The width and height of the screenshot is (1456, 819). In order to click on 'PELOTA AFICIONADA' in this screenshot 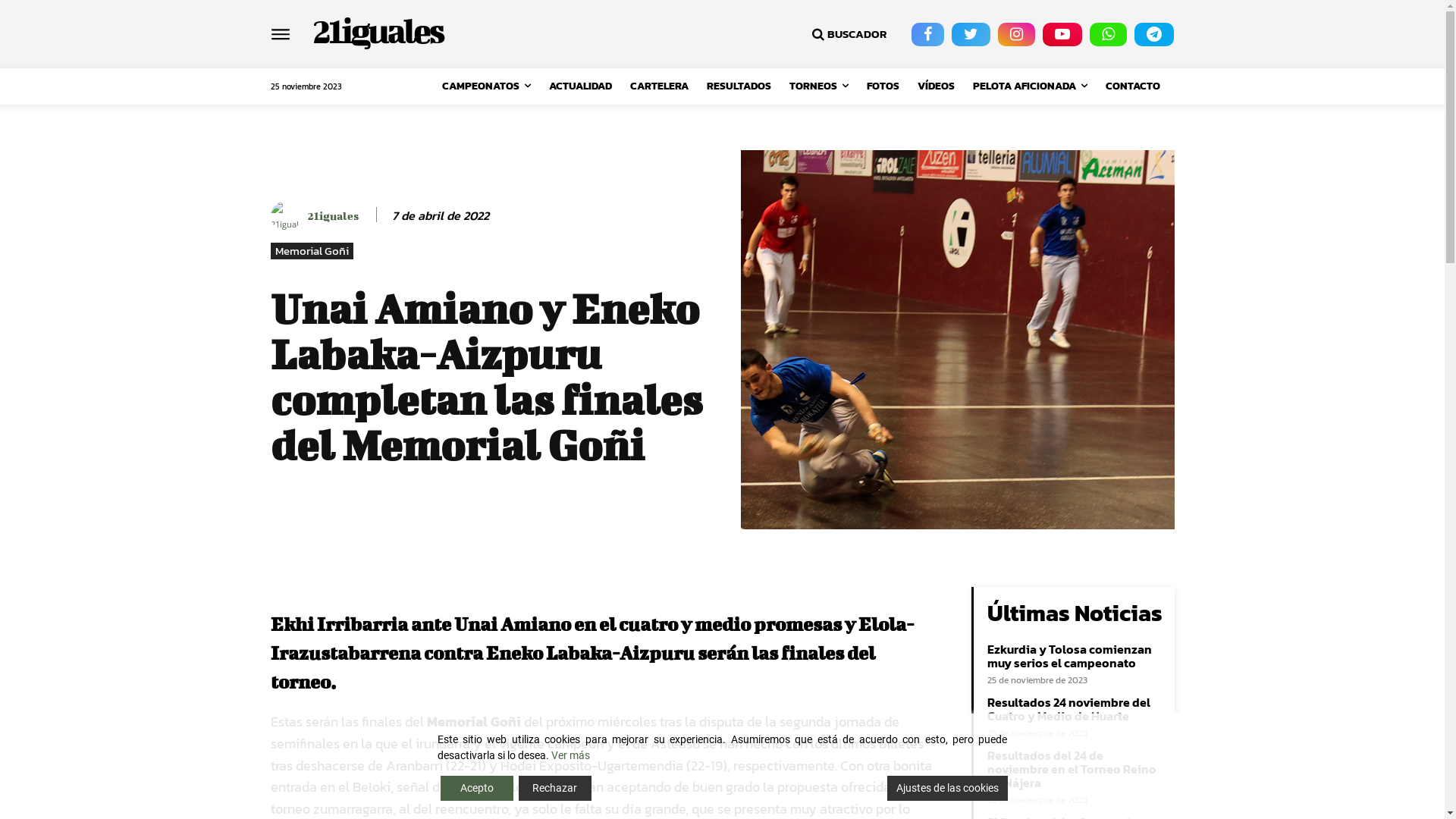, I will do `click(963, 86)`.